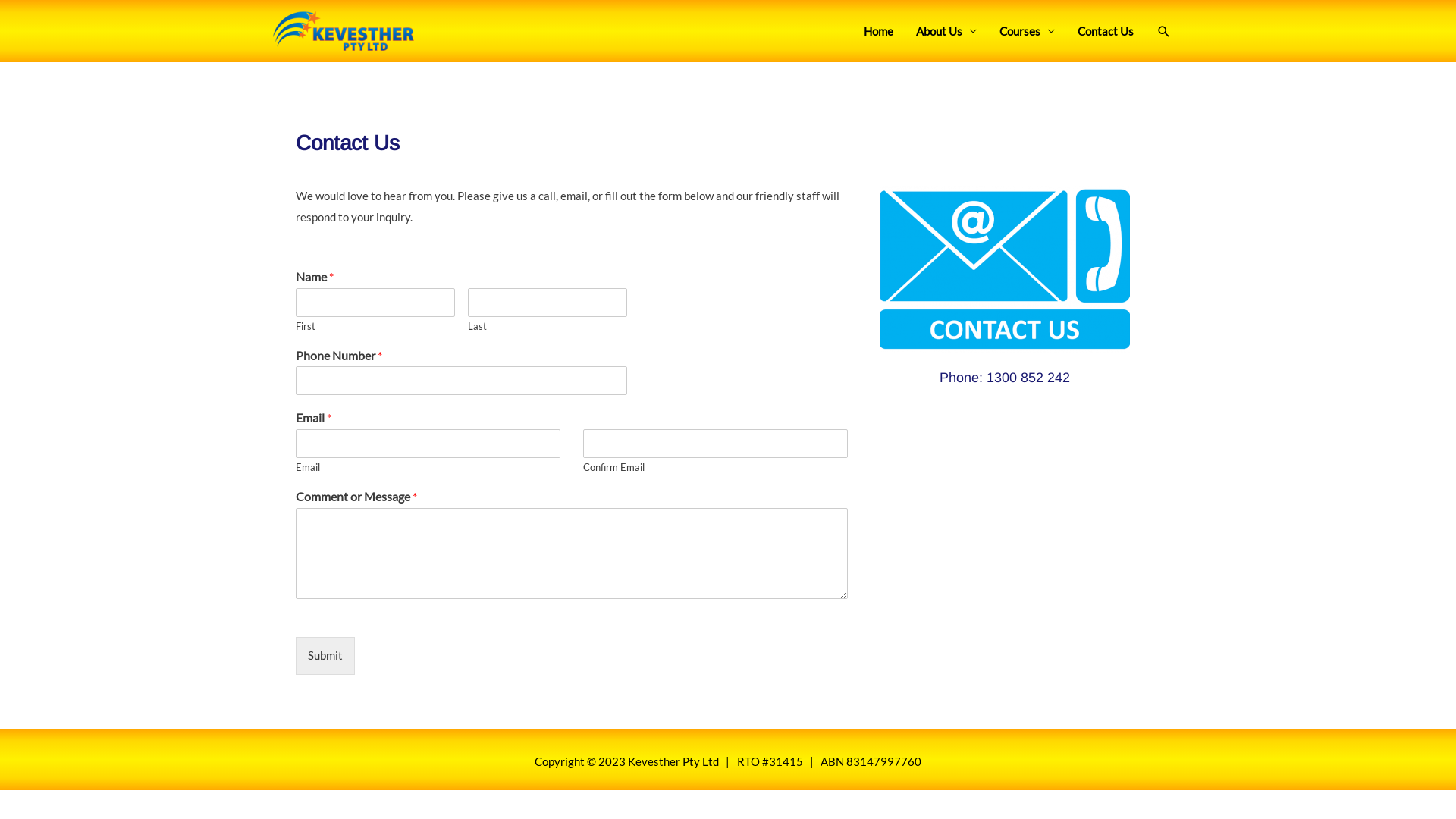 The height and width of the screenshot is (819, 1456). Describe the element at coordinates (946, 31) in the screenshot. I see `'About Us'` at that location.